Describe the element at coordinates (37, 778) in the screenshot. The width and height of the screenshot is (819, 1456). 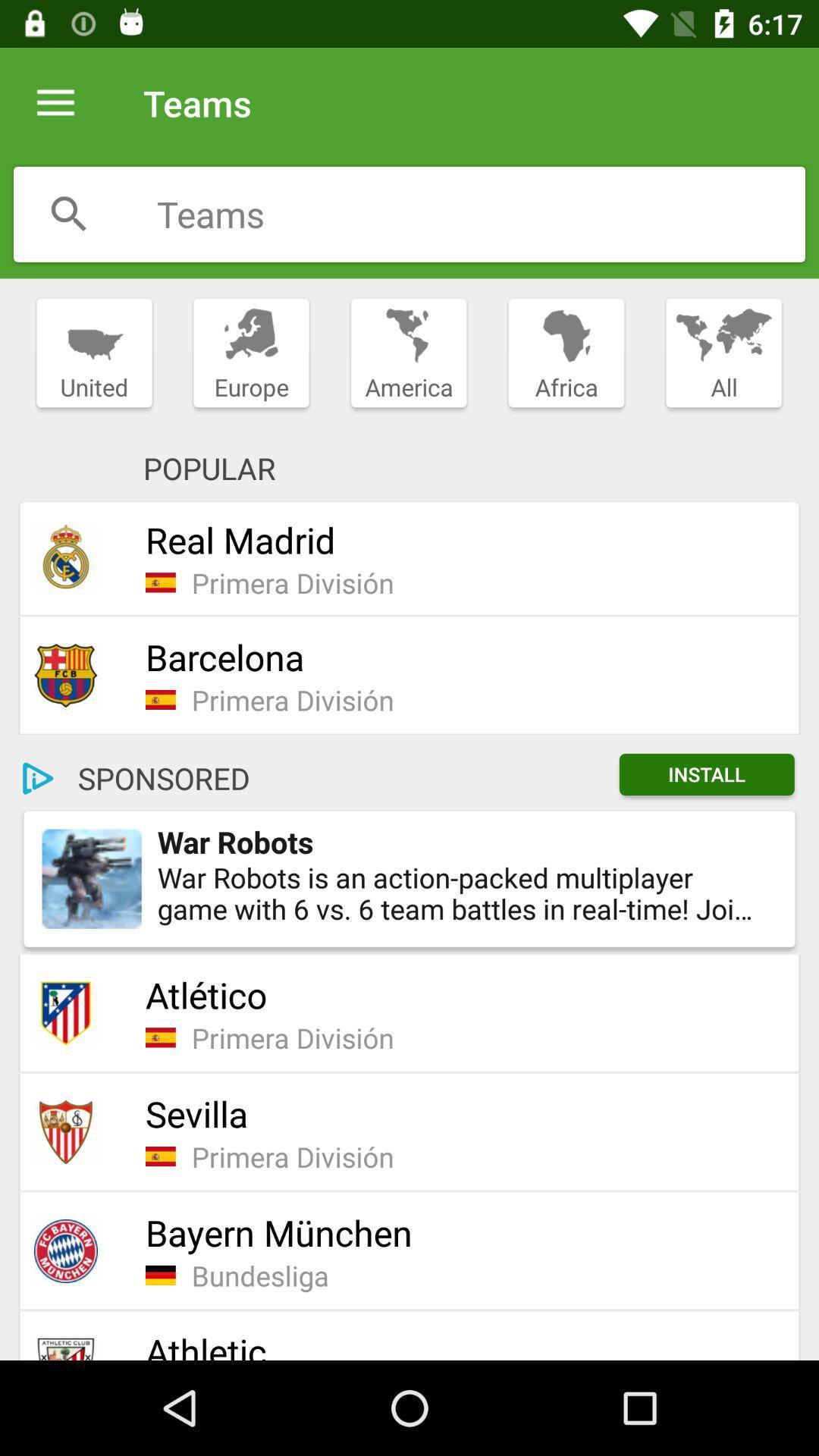
I see `item next to the sponsored item` at that location.